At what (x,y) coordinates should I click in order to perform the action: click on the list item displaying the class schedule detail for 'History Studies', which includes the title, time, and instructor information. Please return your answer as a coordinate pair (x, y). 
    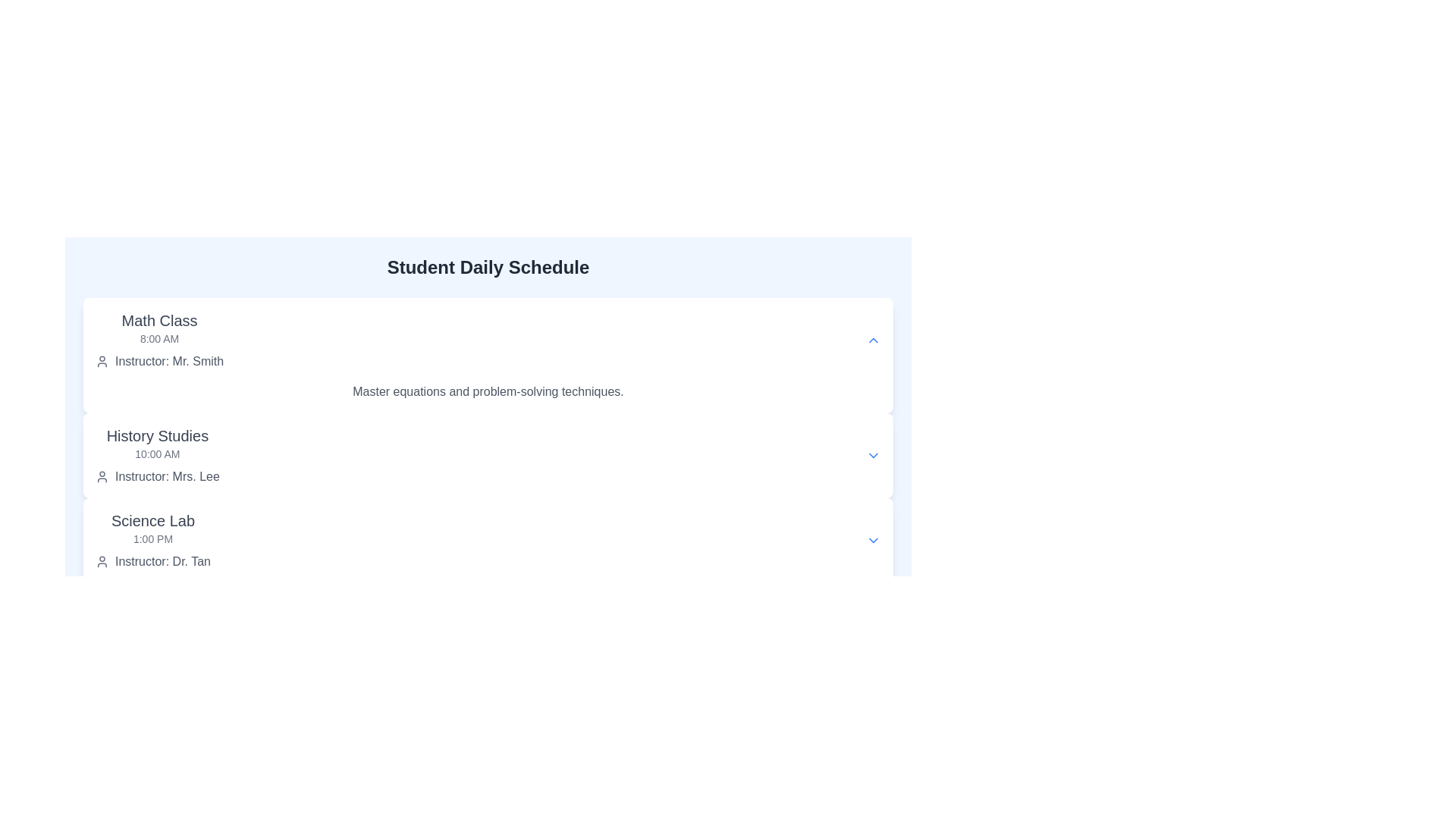
    Looking at the image, I should click on (157, 455).